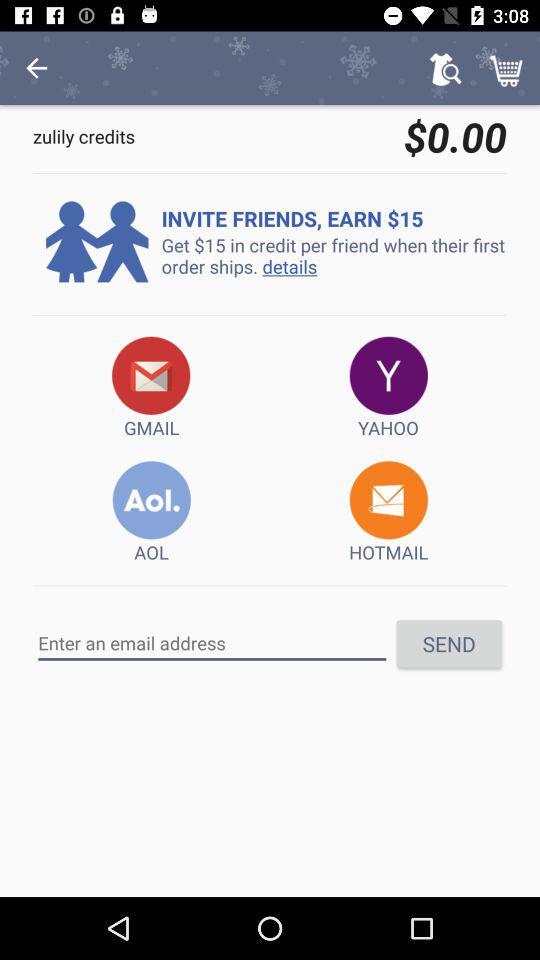 The height and width of the screenshot is (960, 540). I want to click on the item to the left of the hotmail, so click(150, 512).